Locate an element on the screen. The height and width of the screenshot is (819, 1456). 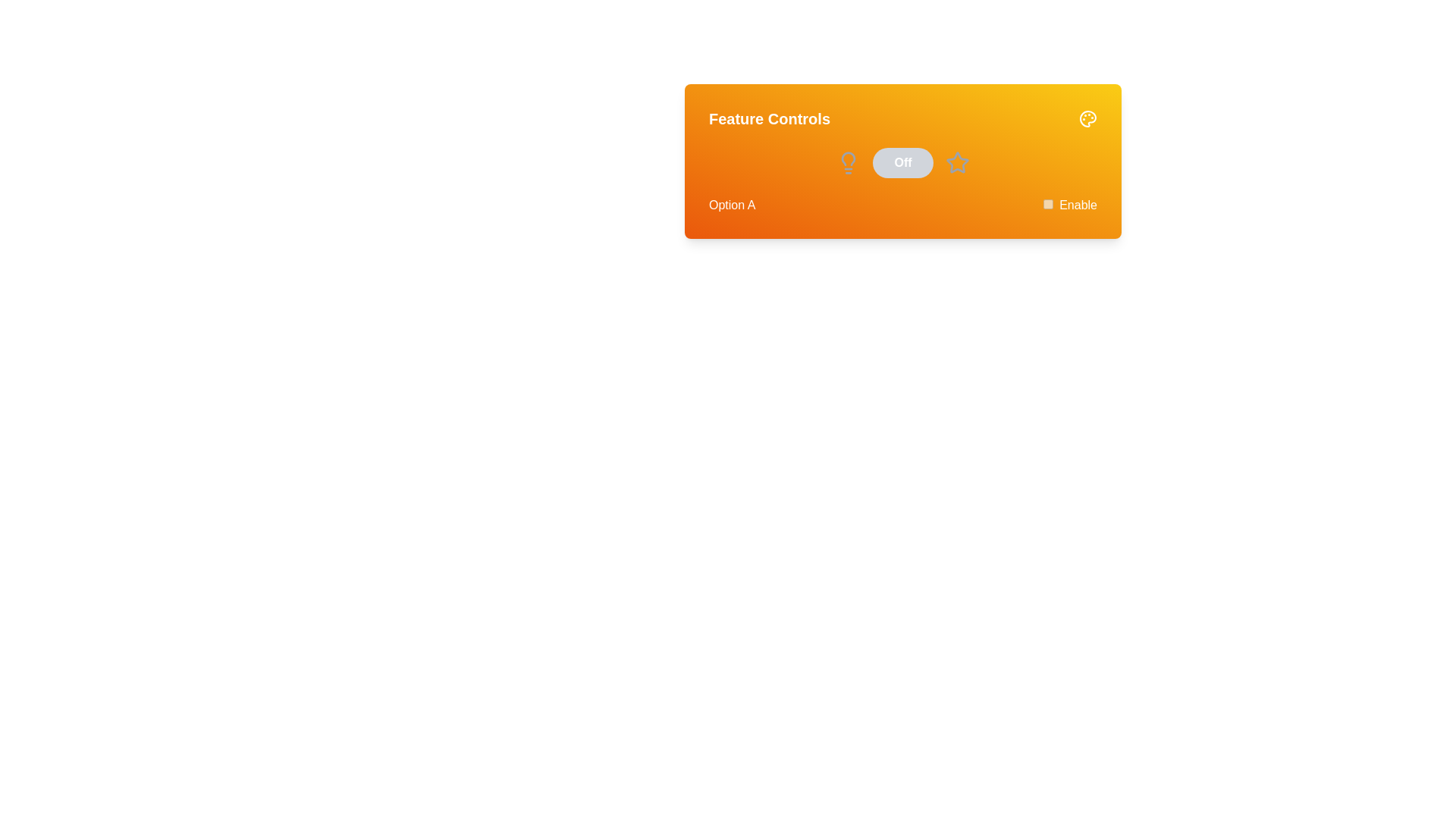
the central toggle button located between the lightbulb icon and the star icon within the orange box is located at coordinates (902, 163).